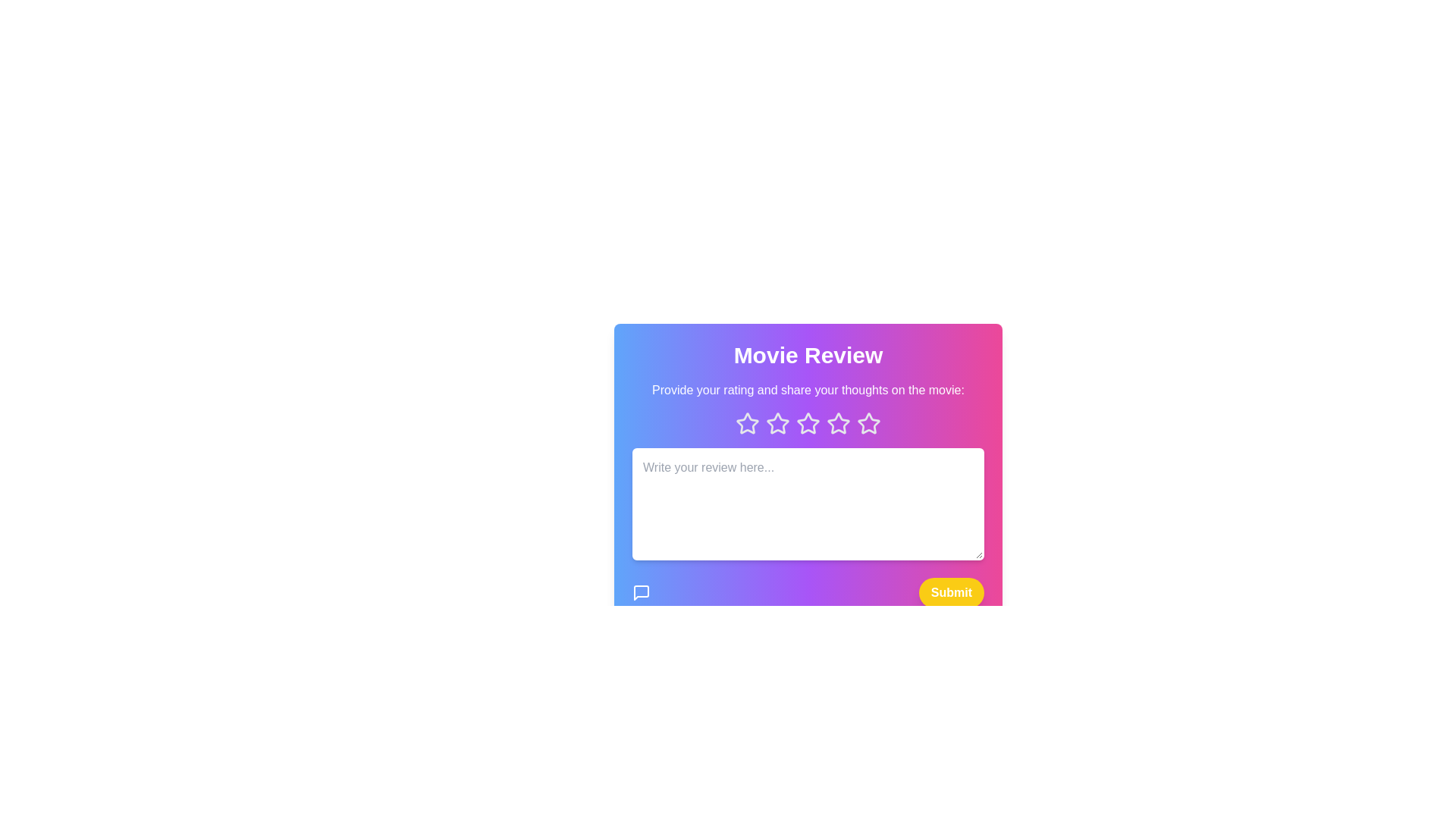  Describe the element at coordinates (747, 424) in the screenshot. I see `the star icon corresponding to 1 to preview the rating` at that location.